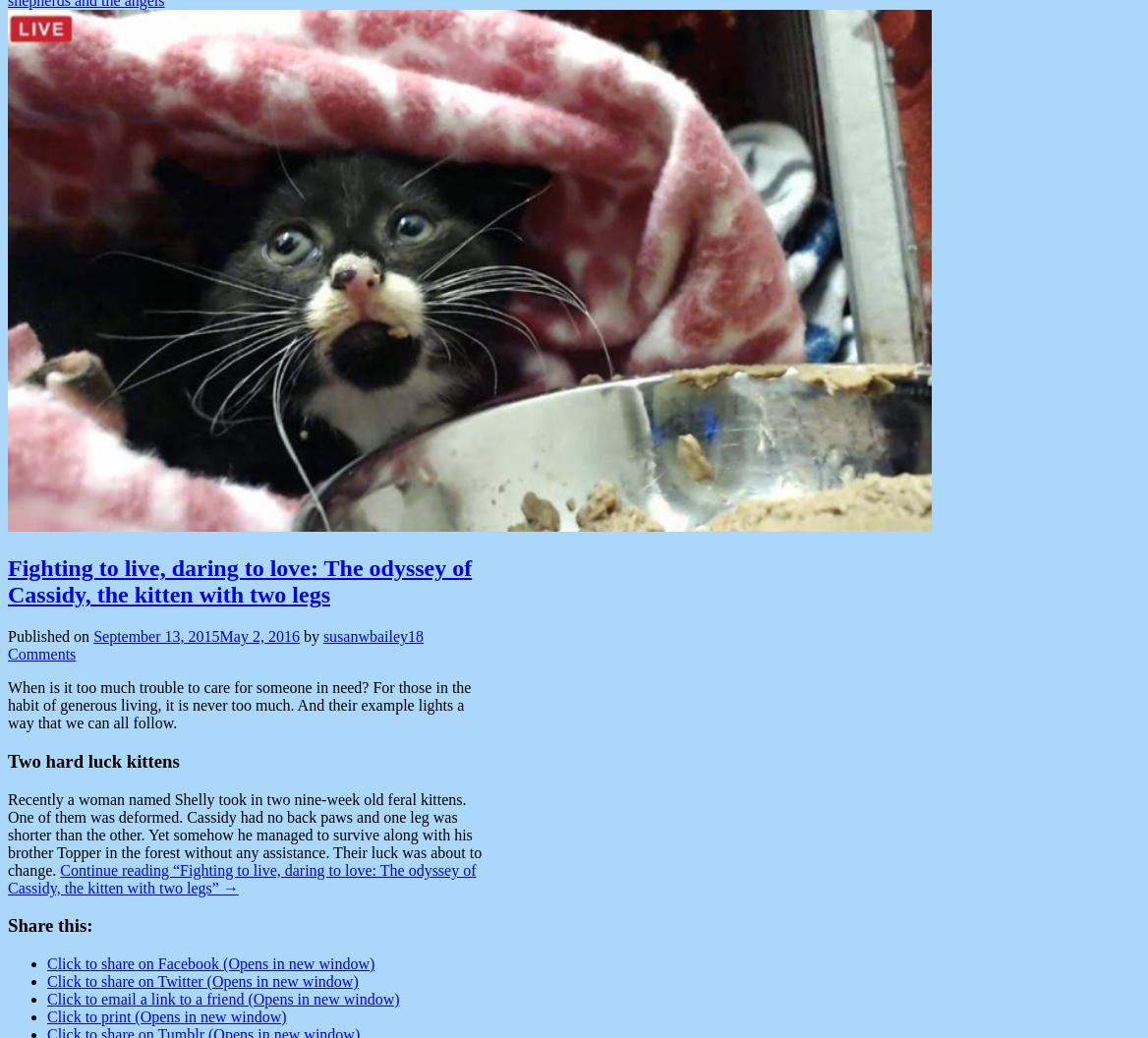 The height and width of the screenshot is (1038, 1148). What do you see at coordinates (221, 998) in the screenshot?
I see `'Click to email a link to a friend (Opens in new window)'` at bounding box center [221, 998].